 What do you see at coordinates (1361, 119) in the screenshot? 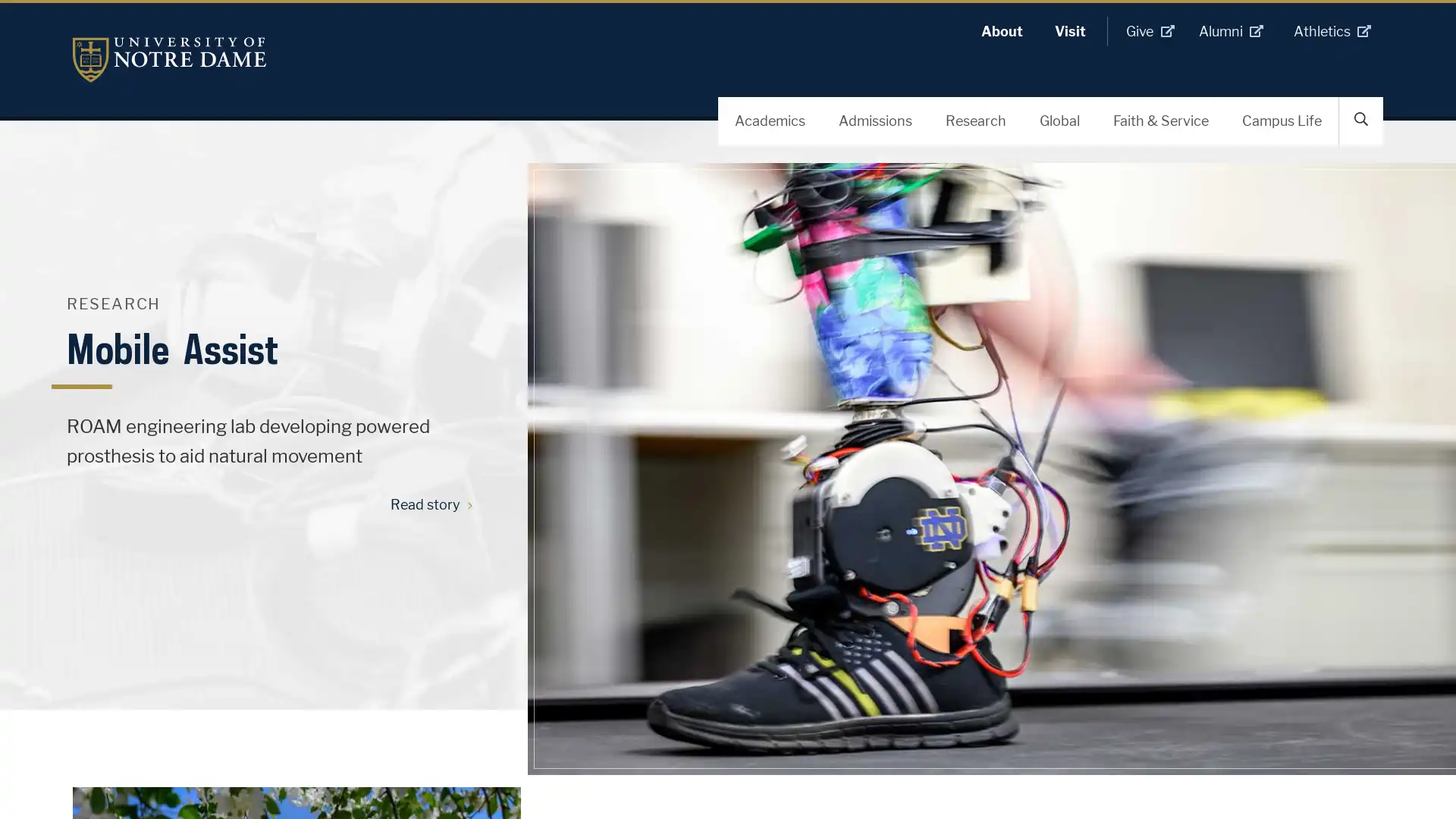
I see `Toggle search` at bounding box center [1361, 119].